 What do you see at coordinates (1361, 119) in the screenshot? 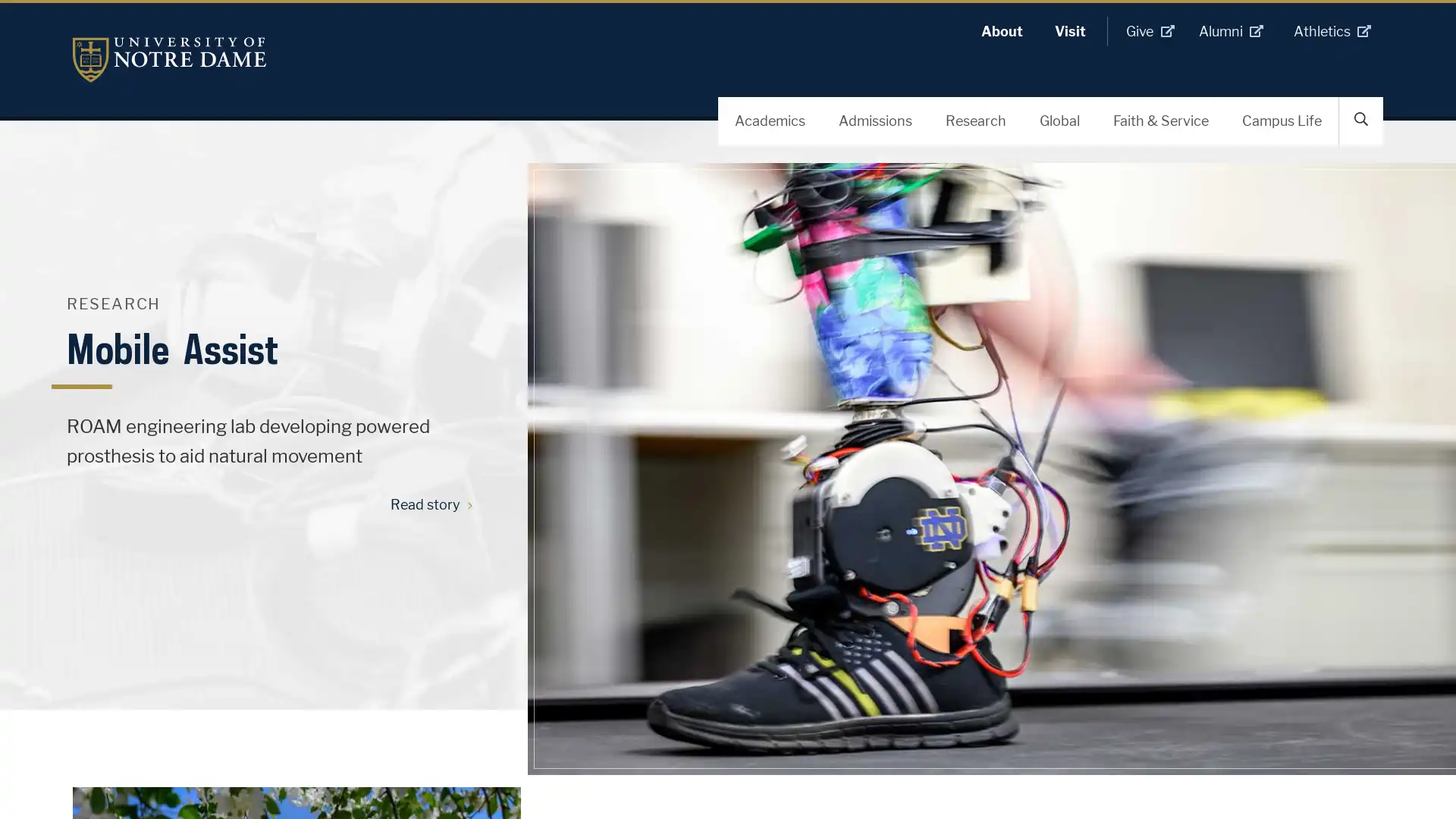
I see `Toggle search` at bounding box center [1361, 119].